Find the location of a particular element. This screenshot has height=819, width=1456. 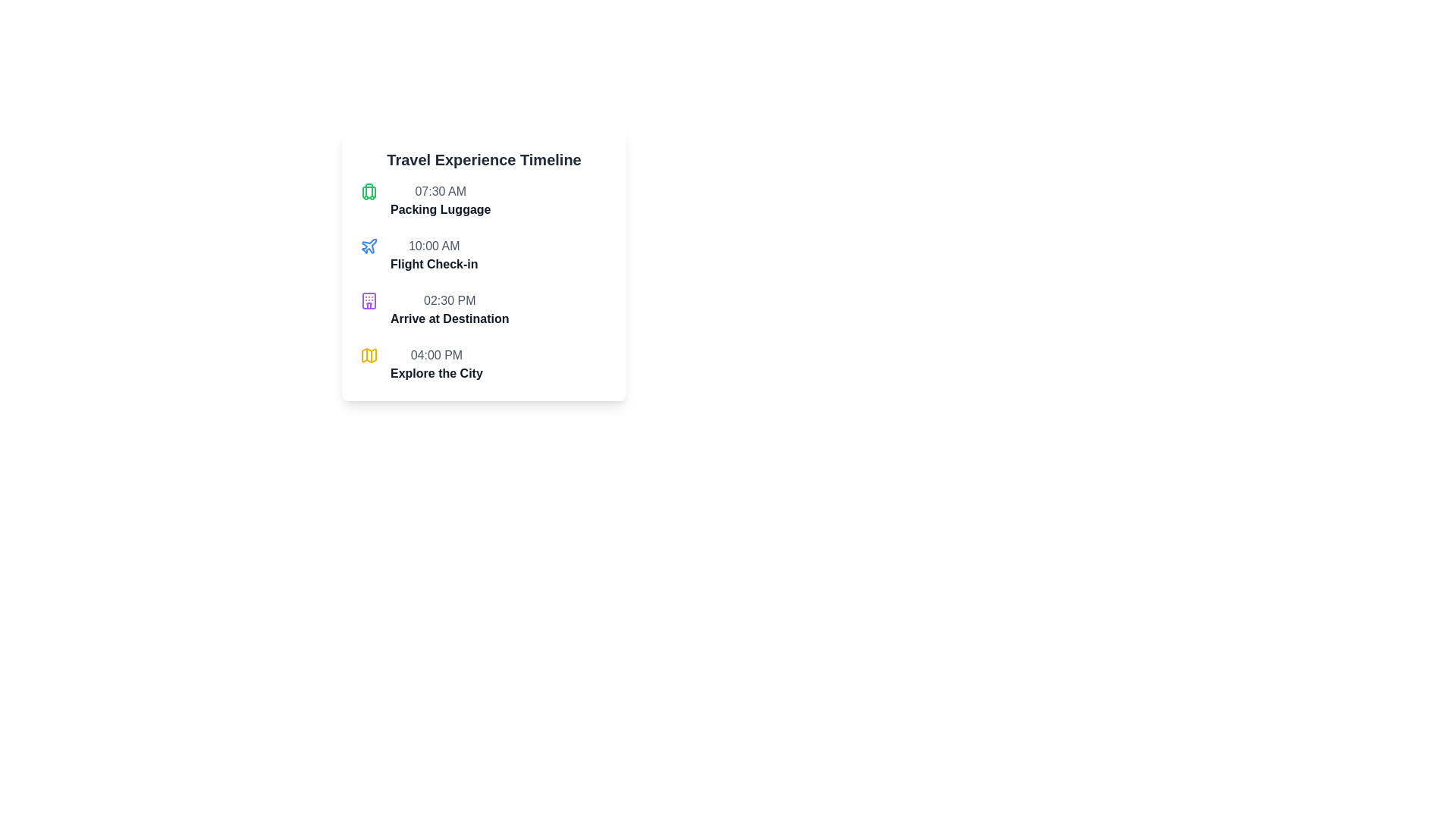

the Text Display element that shows '07:30 AM' and 'Packing Luggage', located in the 'Travel Experience Timeline' section as the topmost entry is located at coordinates (440, 200).